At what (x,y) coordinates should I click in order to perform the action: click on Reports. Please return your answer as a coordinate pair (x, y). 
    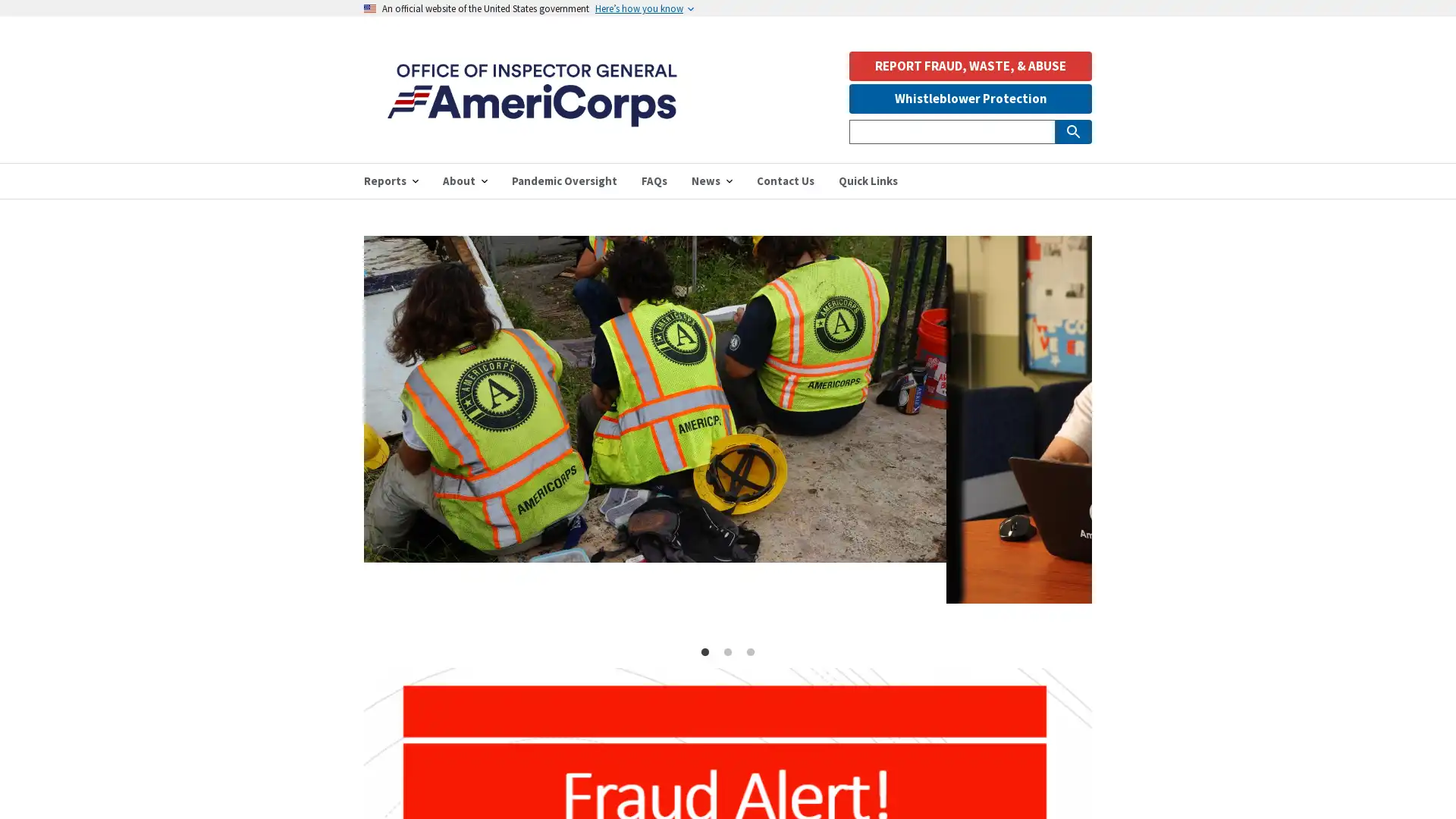
    Looking at the image, I should click on (391, 180).